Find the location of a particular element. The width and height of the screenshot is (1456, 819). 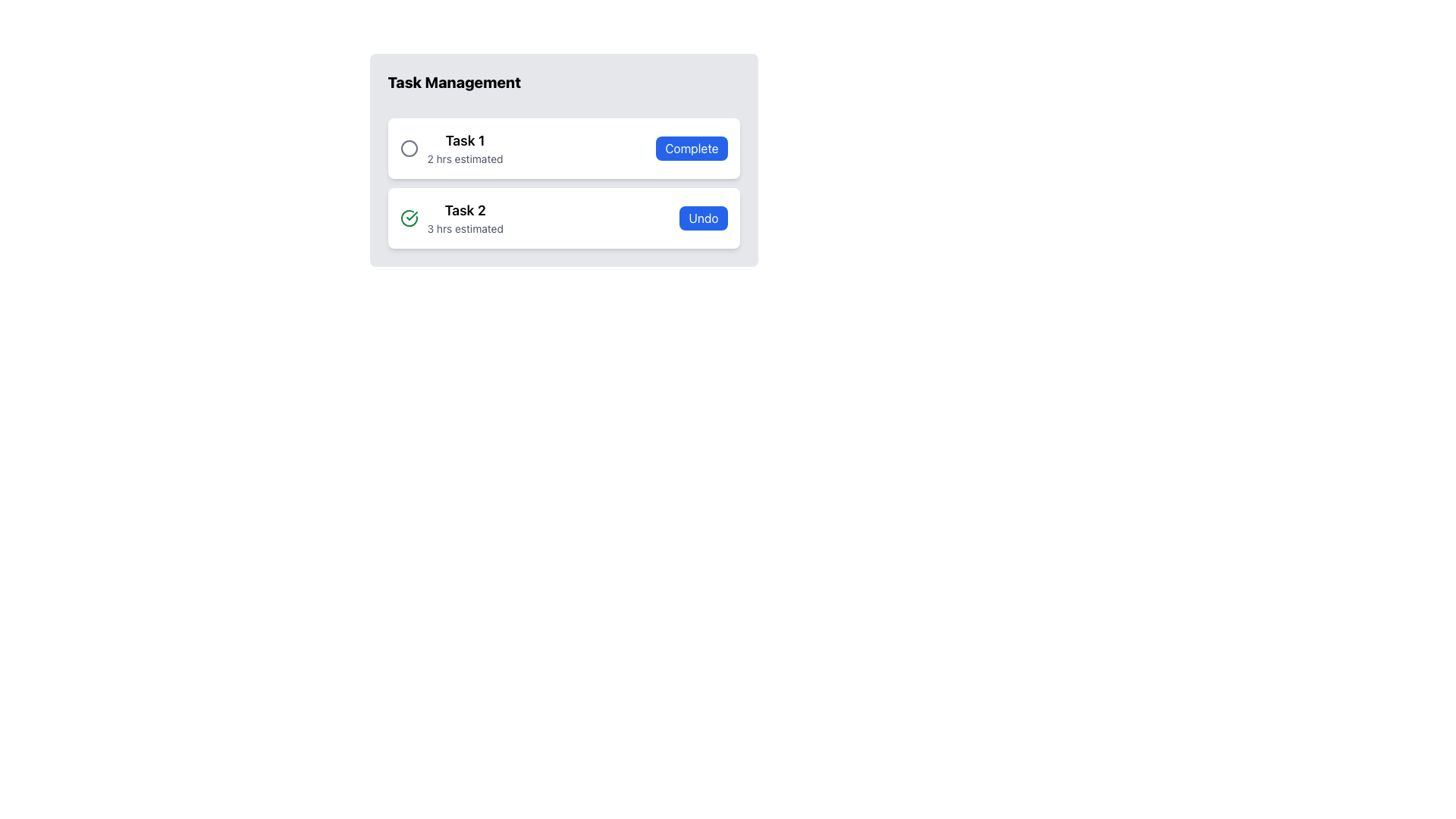

the circular icon with a thin stroke line and transparent interior located to the left of the text 'Task 1' in the task management module is located at coordinates (409, 149).